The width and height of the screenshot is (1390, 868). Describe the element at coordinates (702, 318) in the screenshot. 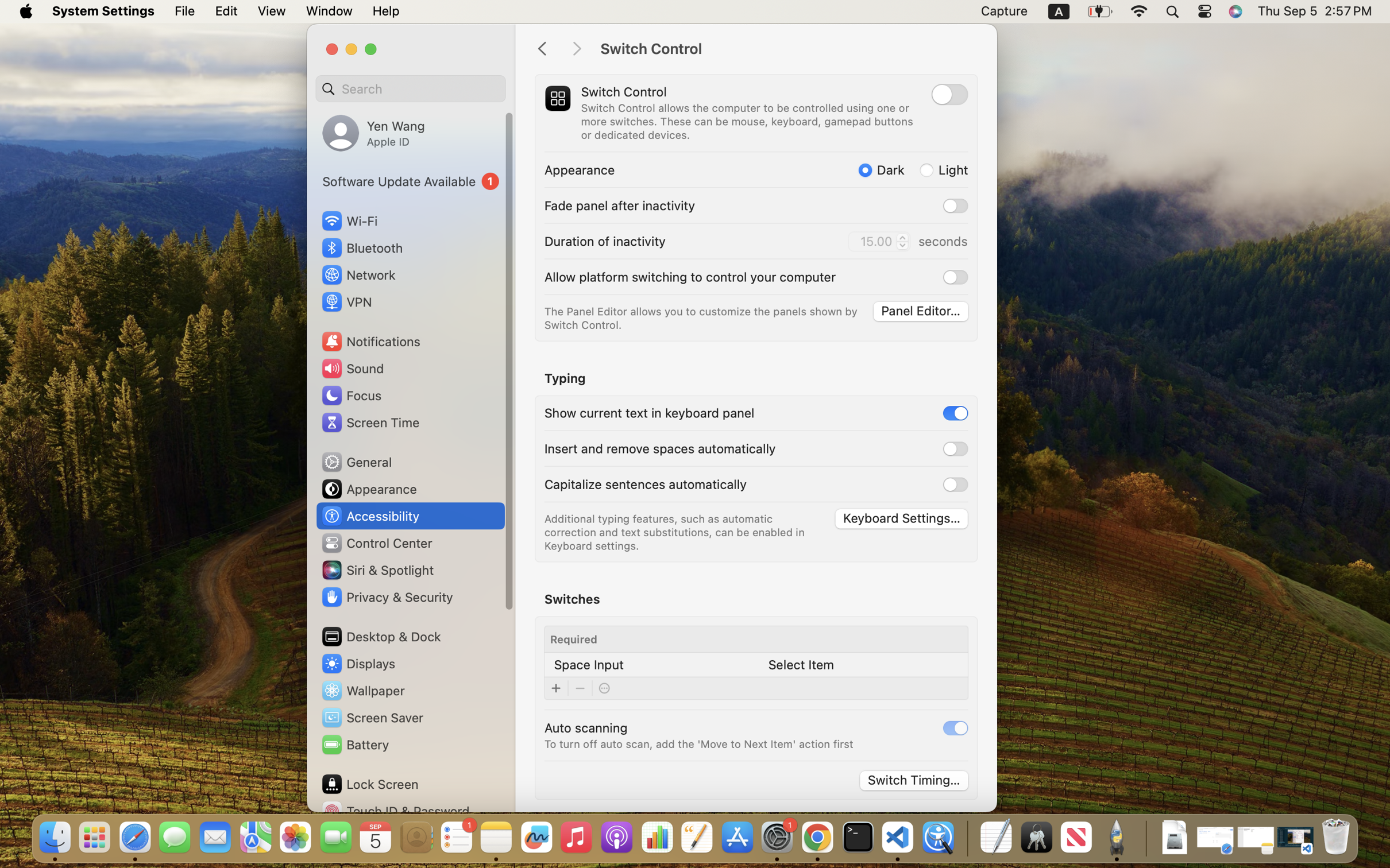

I see `'The Panel Editor allows you to customize the panels shown by Switch Control.'` at that location.